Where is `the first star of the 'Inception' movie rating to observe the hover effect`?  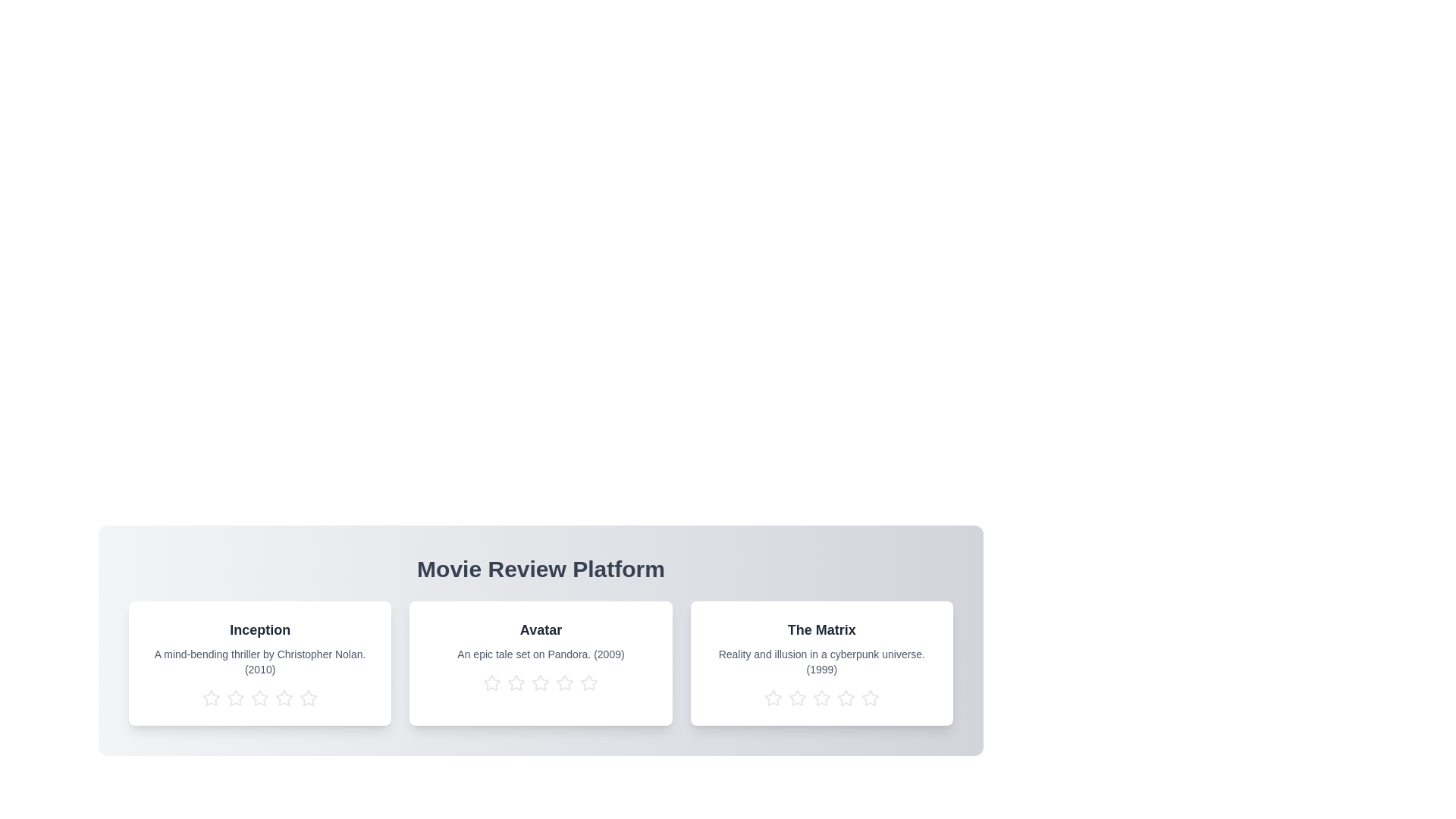 the first star of the 'Inception' movie rating to observe the hover effect is located at coordinates (211, 698).